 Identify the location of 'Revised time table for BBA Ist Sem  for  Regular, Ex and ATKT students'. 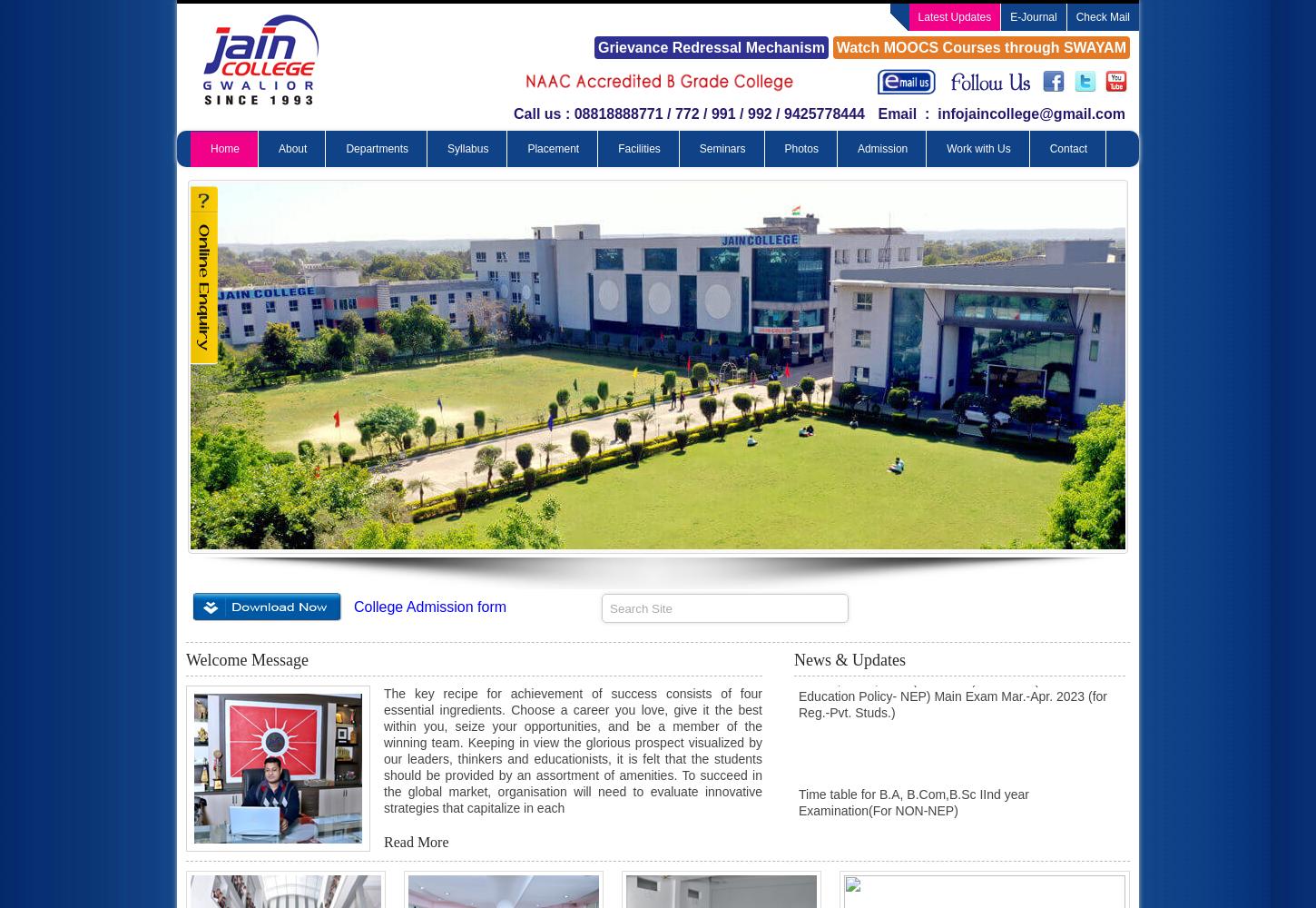
(953, 873).